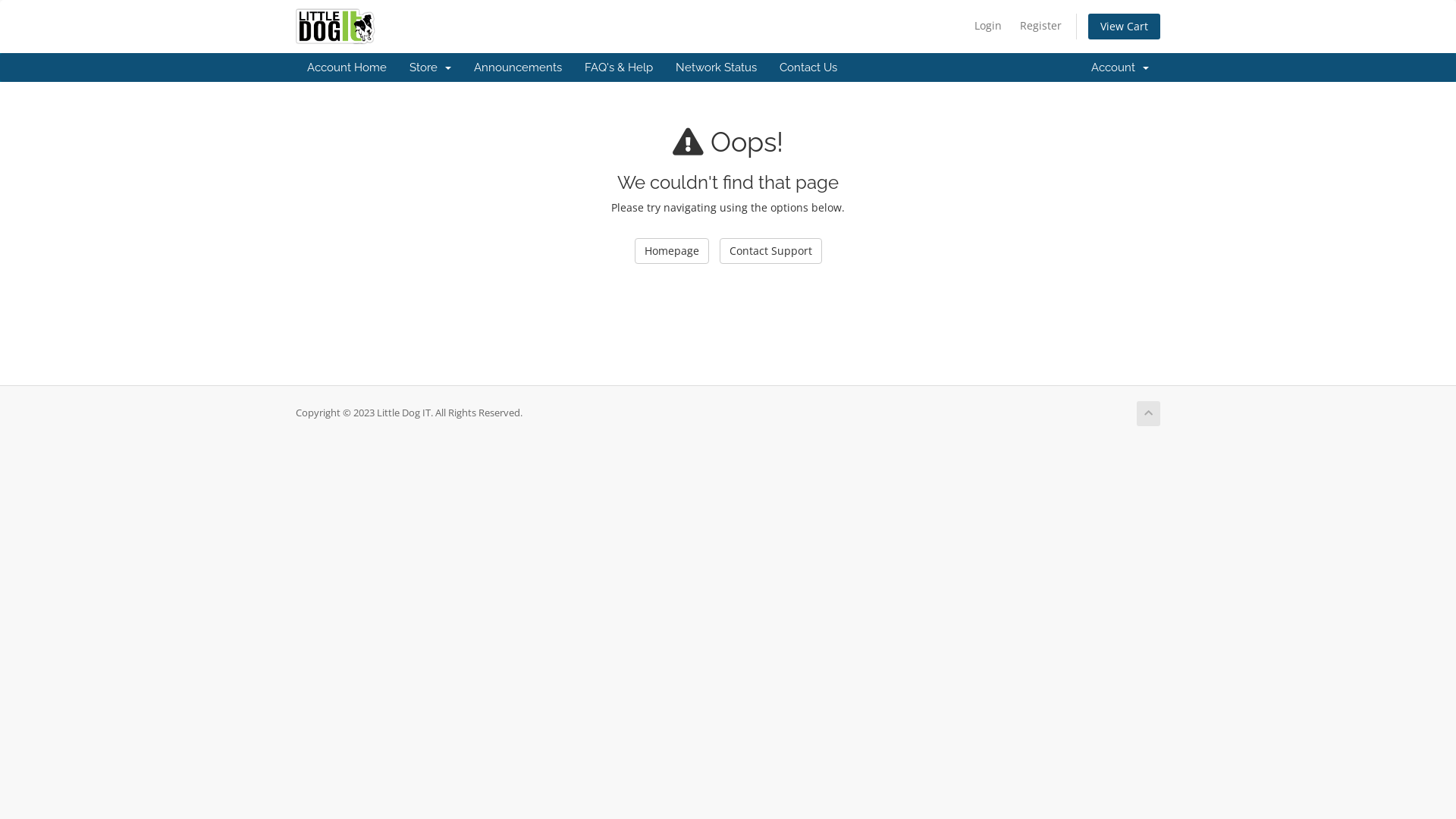  What do you see at coordinates (461, 66) in the screenshot?
I see `'Announcements'` at bounding box center [461, 66].